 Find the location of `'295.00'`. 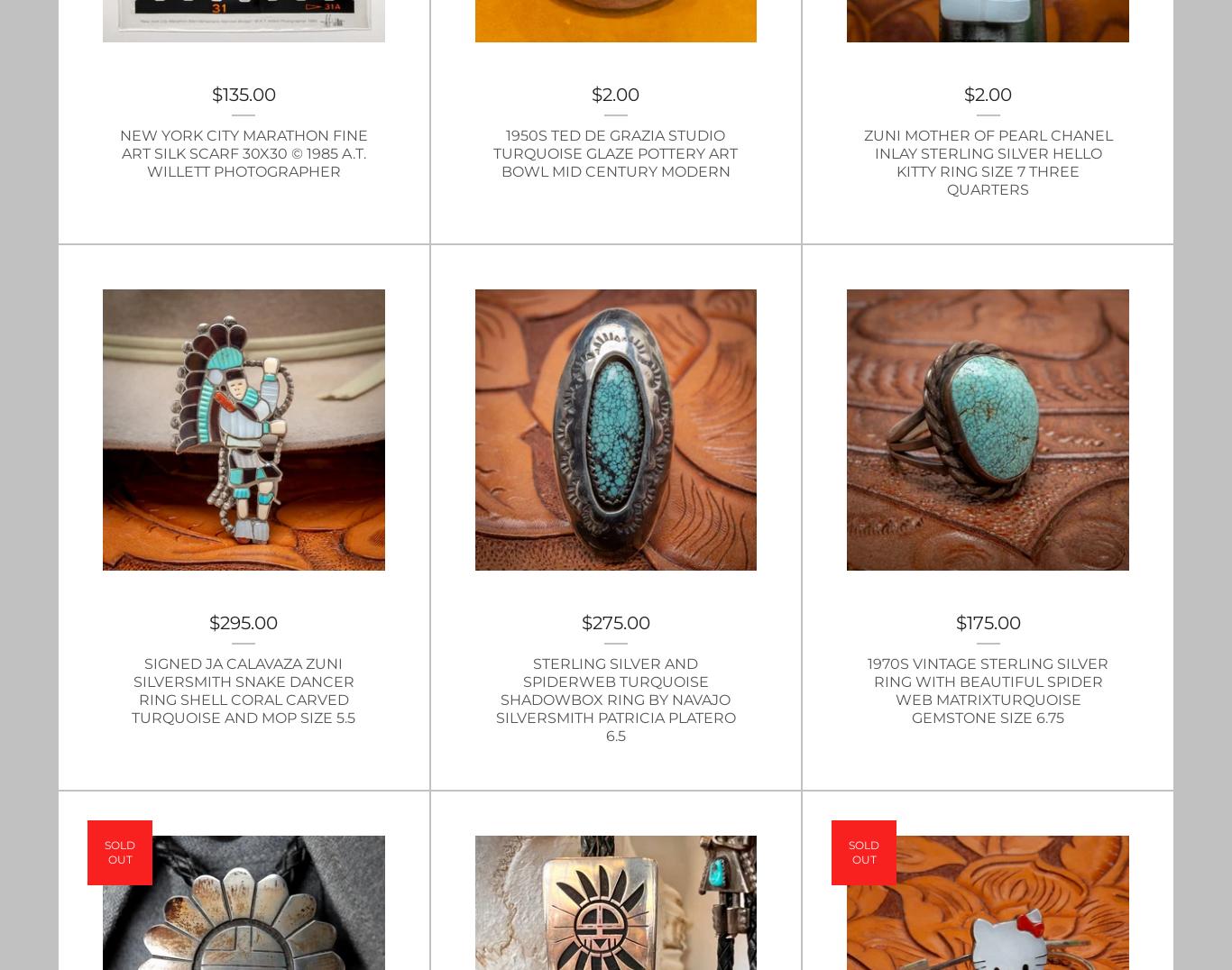

'295.00' is located at coordinates (248, 623).